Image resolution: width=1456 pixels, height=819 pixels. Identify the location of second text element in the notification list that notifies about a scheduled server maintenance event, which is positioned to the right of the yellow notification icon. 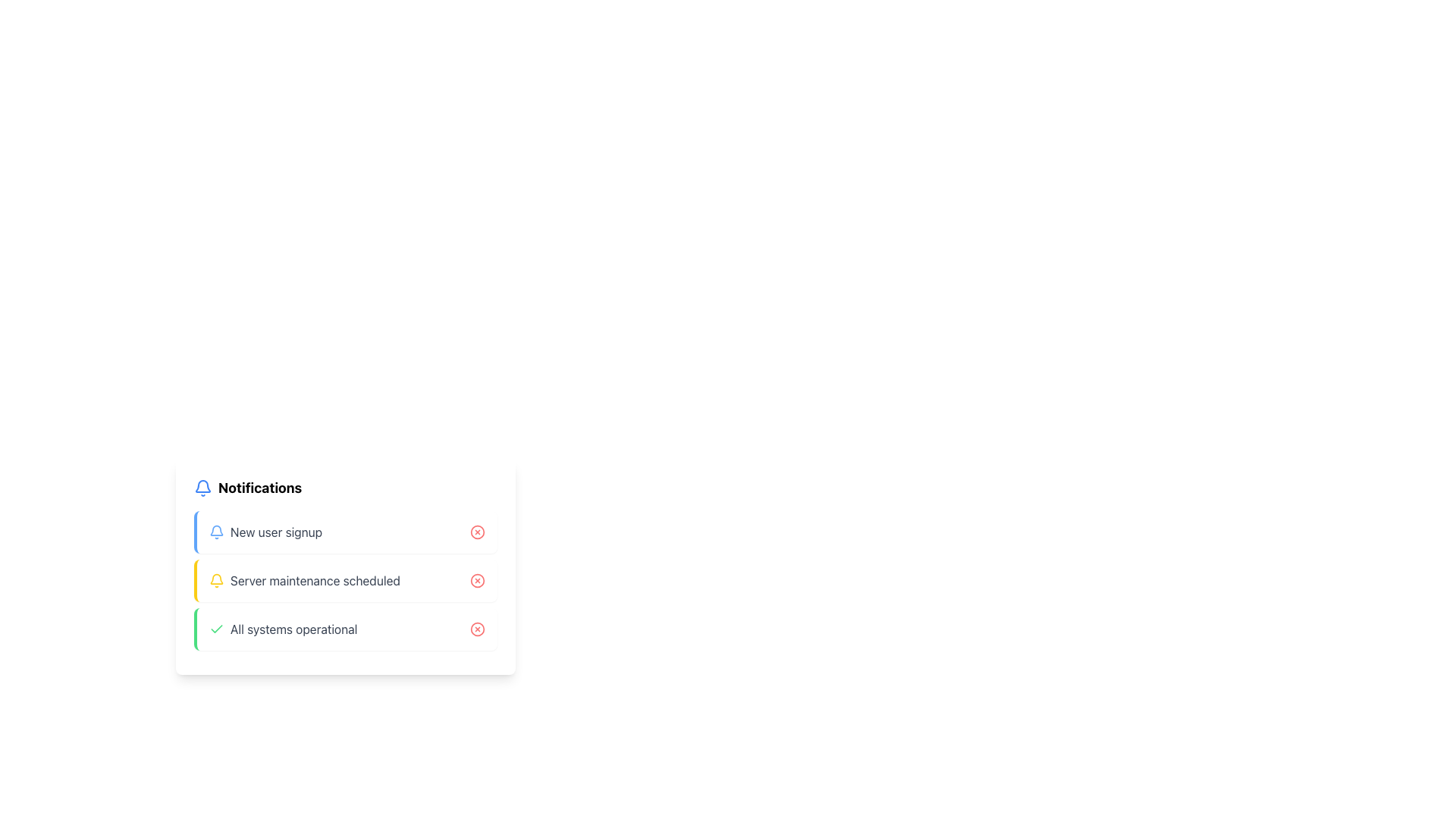
(314, 580).